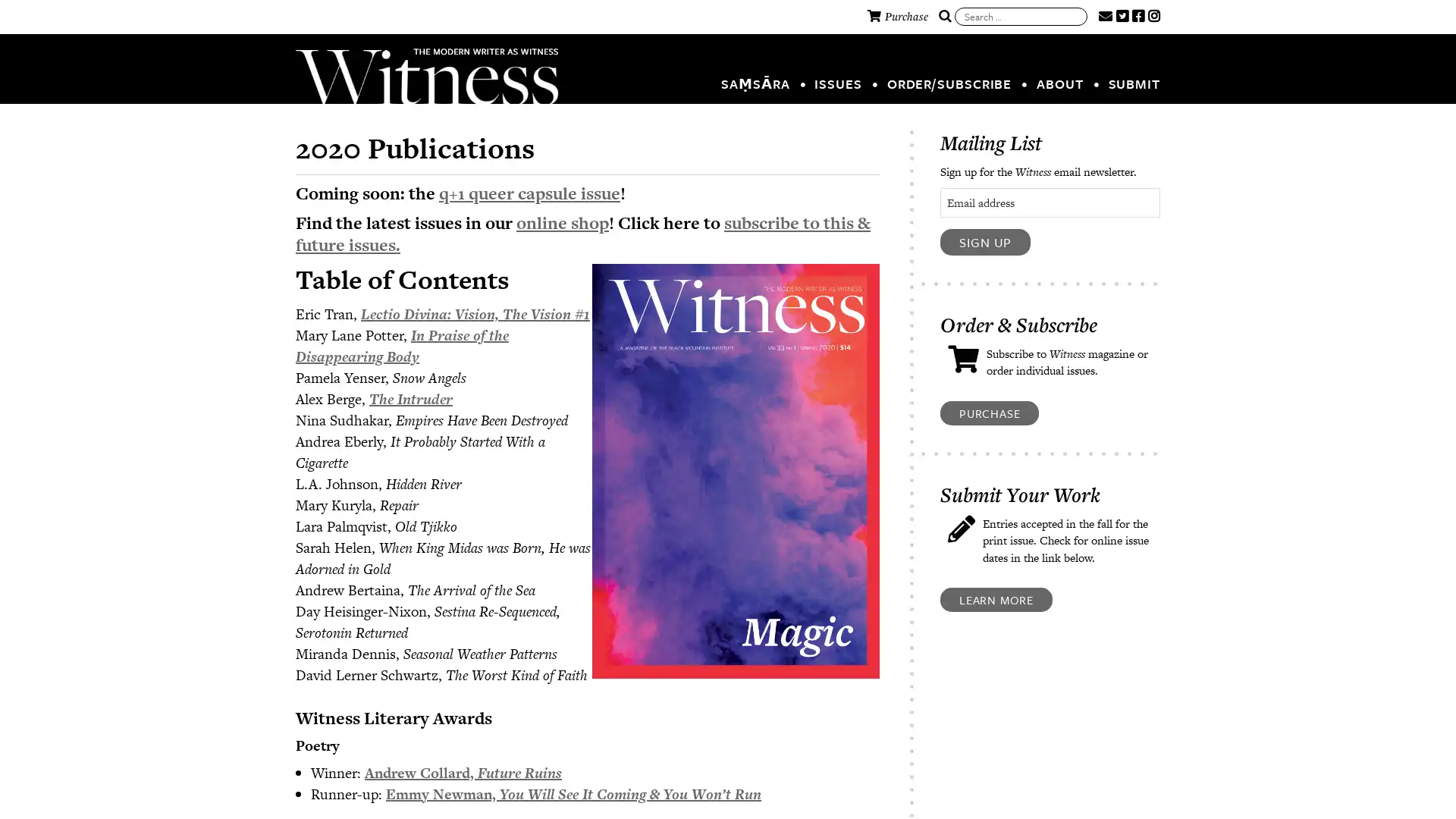  Describe the element at coordinates (985, 241) in the screenshot. I see `Sign Up` at that location.